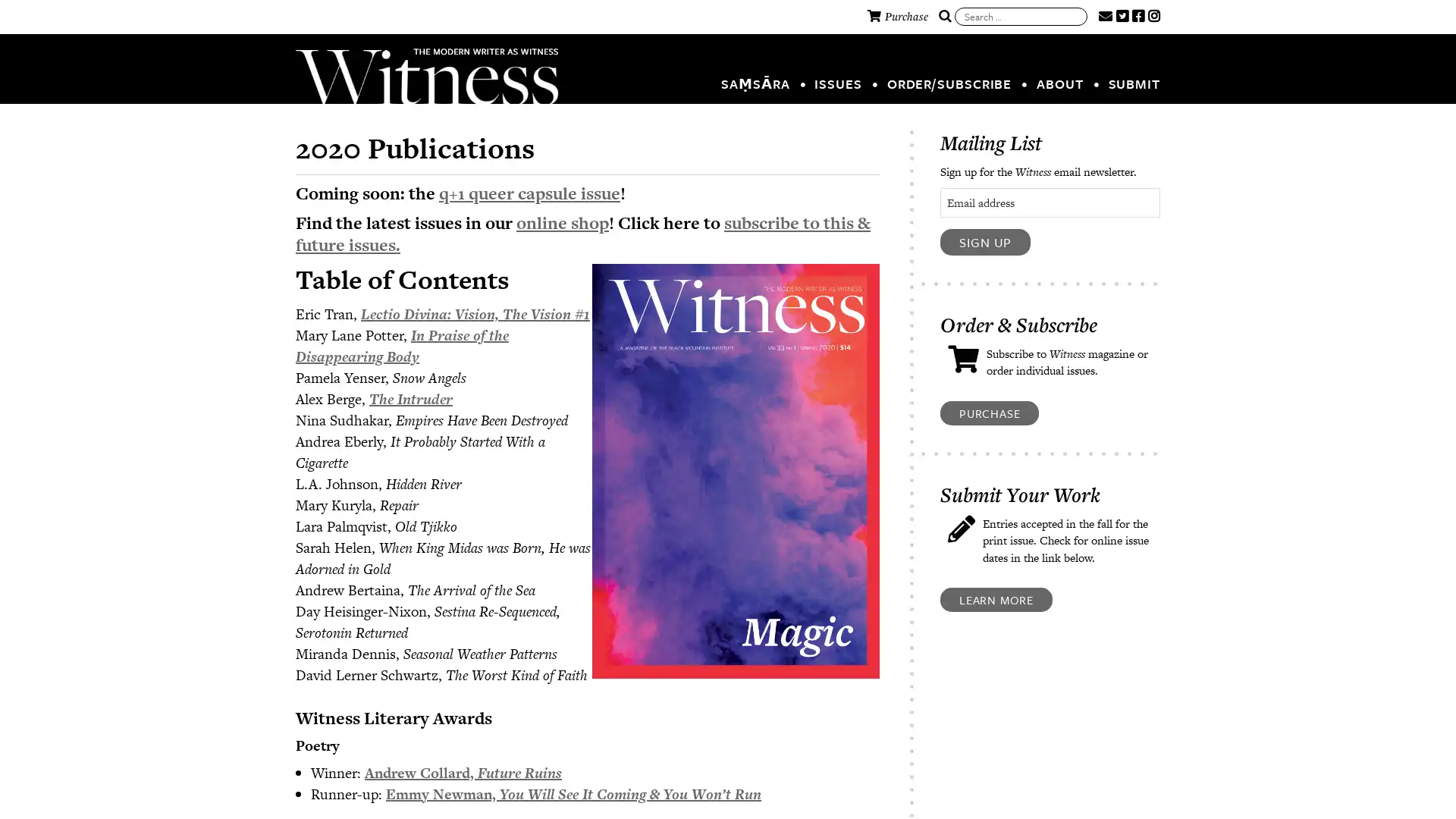  Describe the element at coordinates (985, 241) in the screenshot. I see `Sign Up` at that location.